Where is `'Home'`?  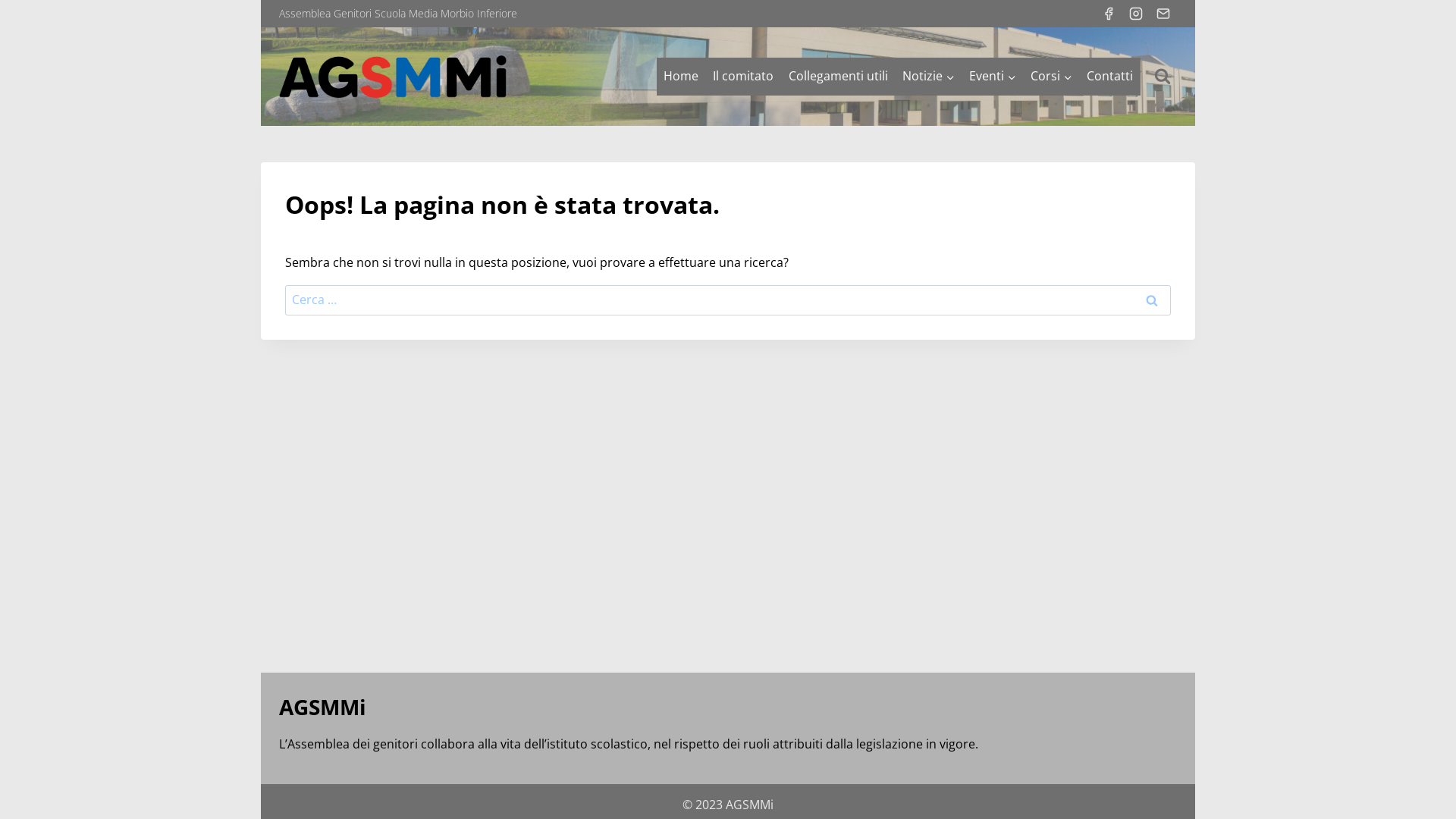
'Home' is located at coordinates (656, 76).